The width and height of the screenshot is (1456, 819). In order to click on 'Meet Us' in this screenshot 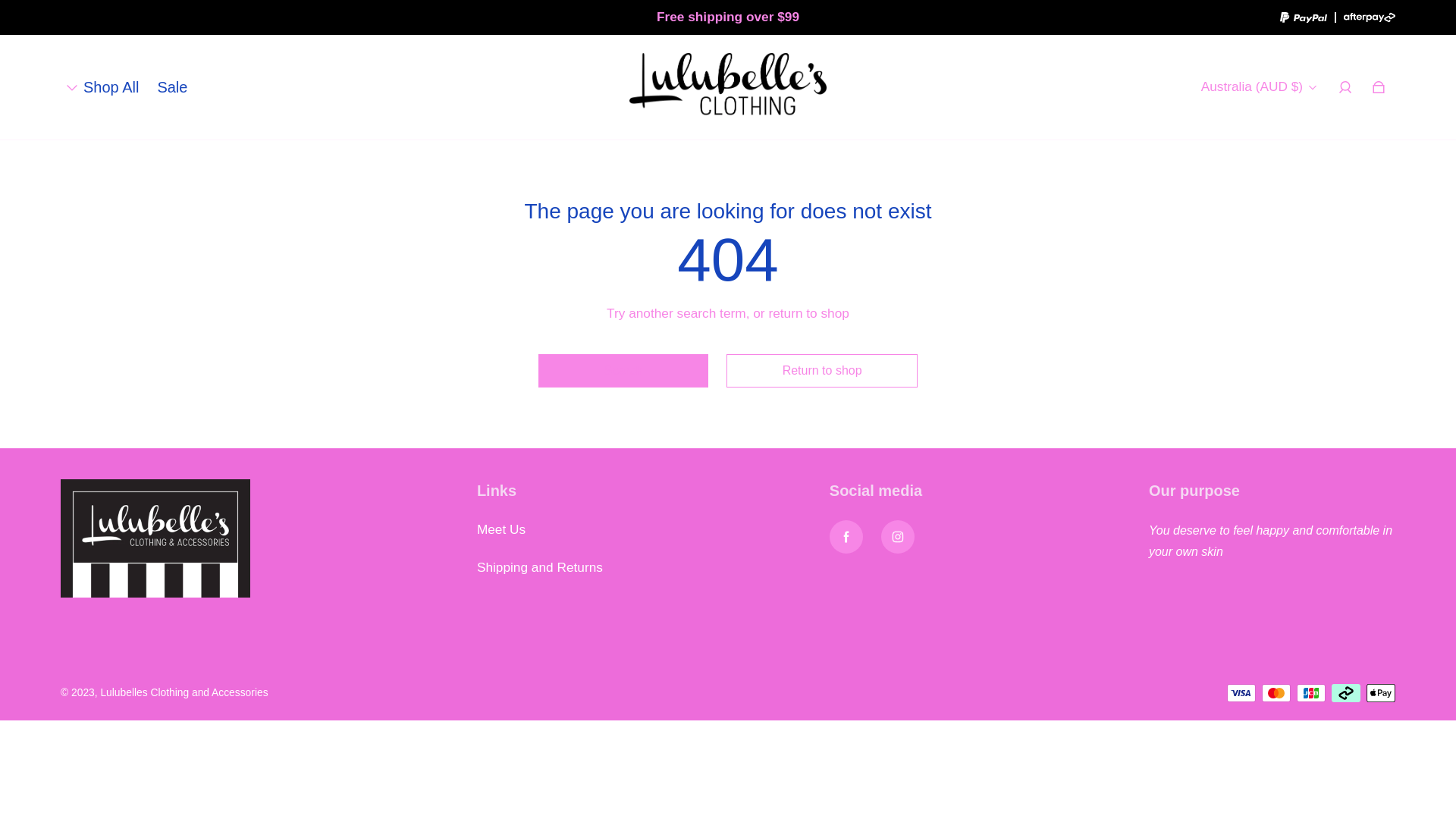, I will do `click(501, 529)`.